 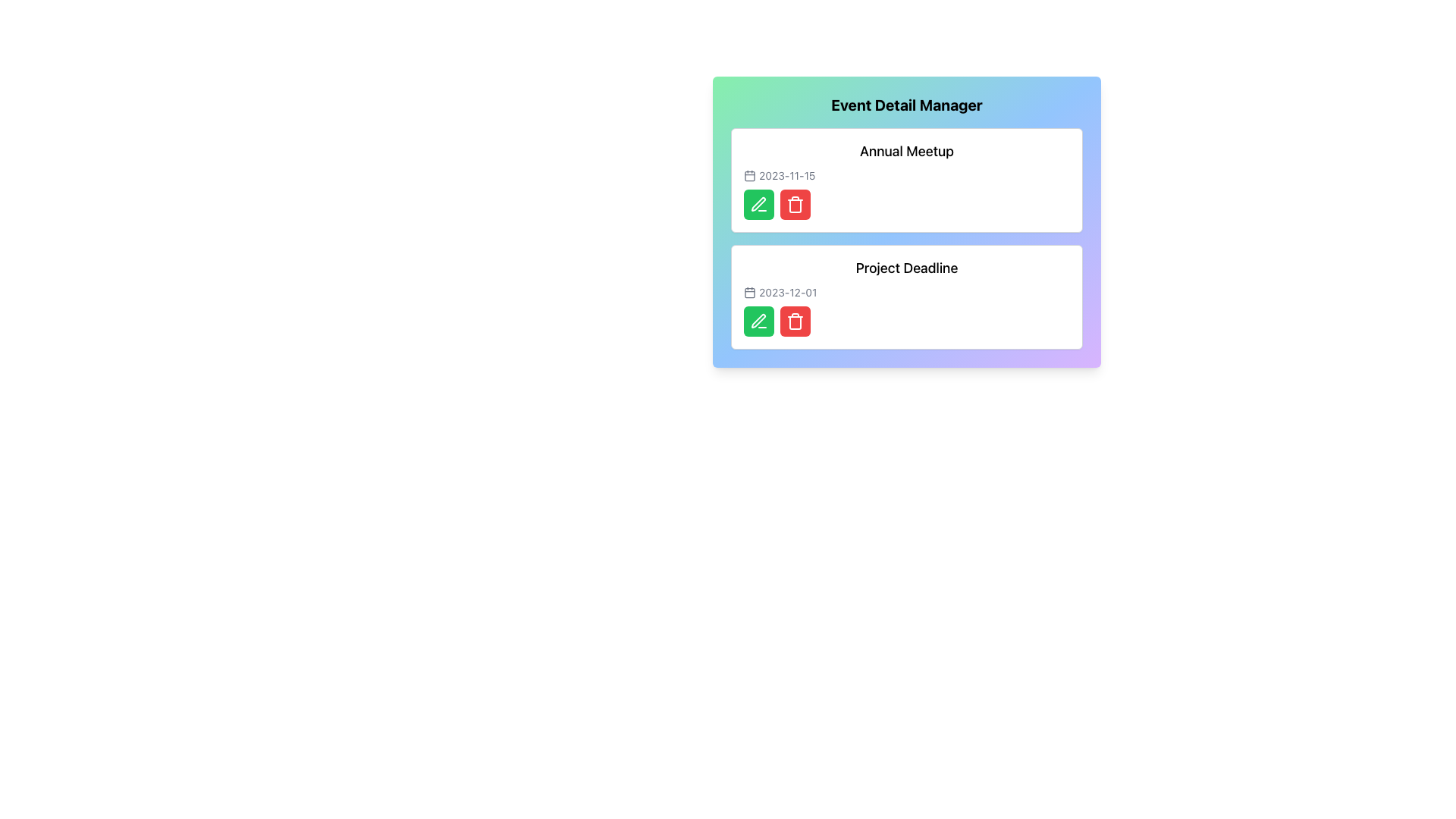 What do you see at coordinates (749, 292) in the screenshot?
I see `the small calendar icon with a minimalist design located to the left of the date text '2023-12-01'` at bounding box center [749, 292].